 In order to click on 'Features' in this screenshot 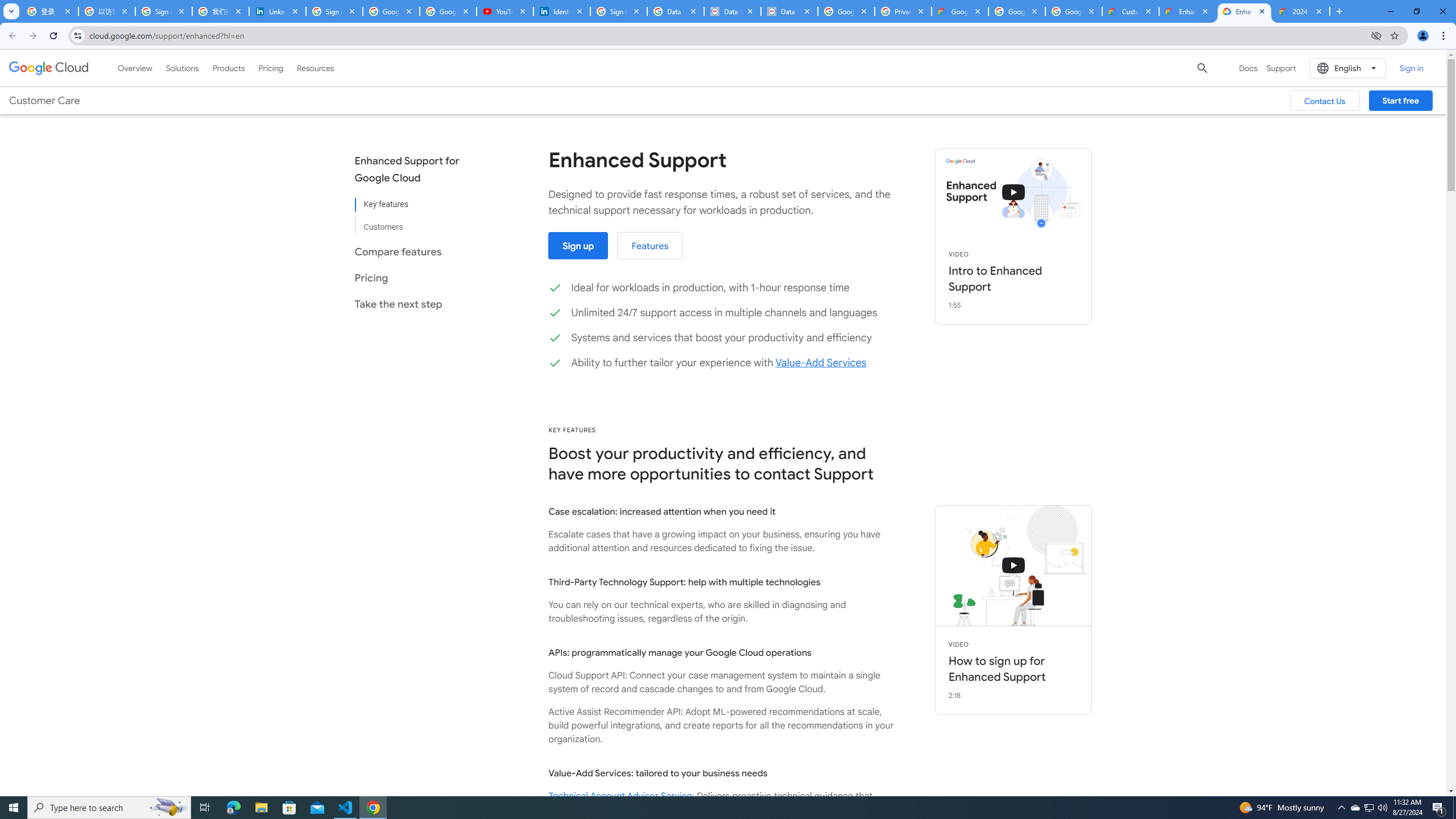, I will do `click(650, 246)`.